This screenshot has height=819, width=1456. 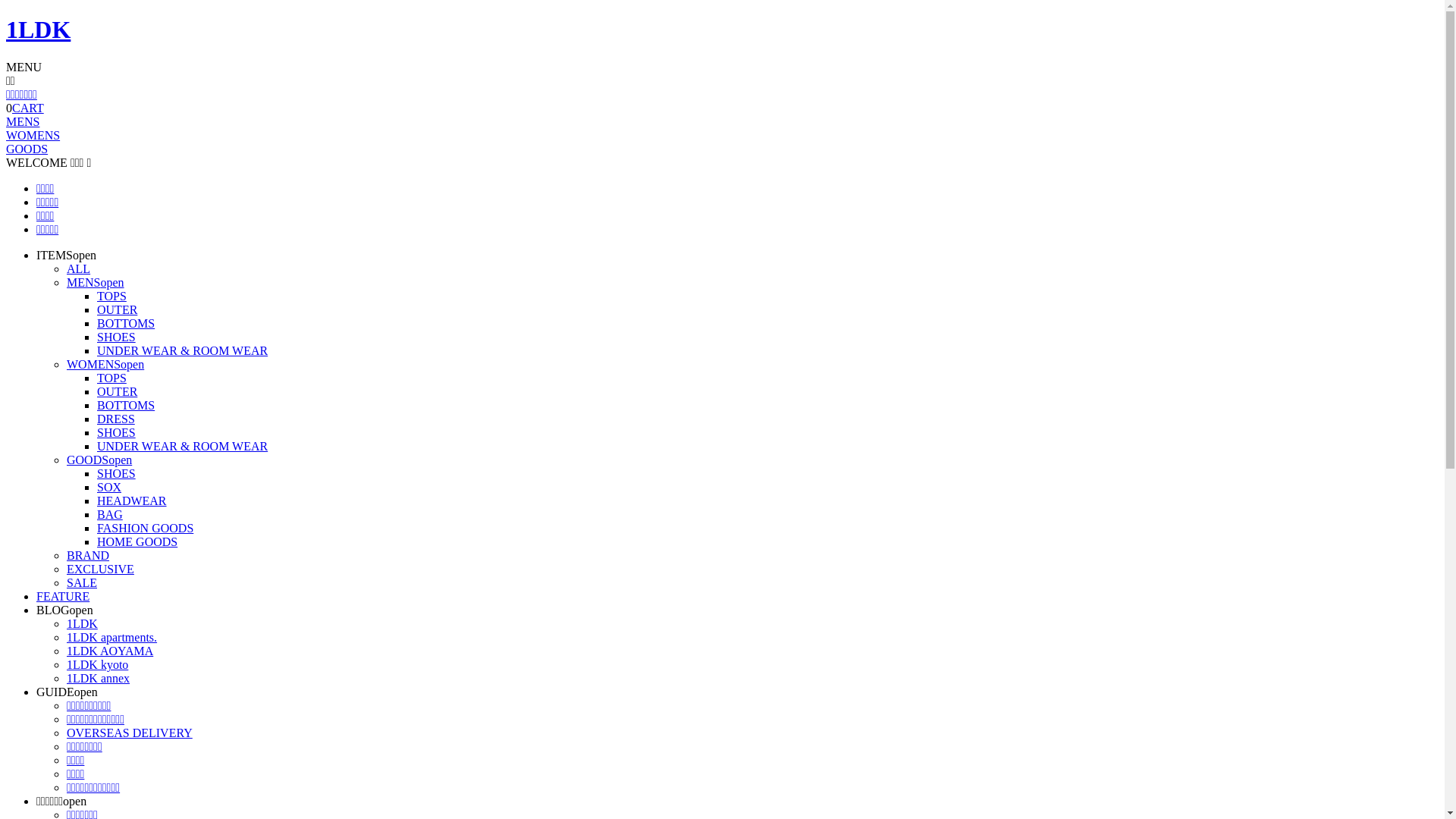 What do you see at coordinates (65, 459) in the screenshot?
I see `'GOODSopen'` at bounding box center [65, 459].